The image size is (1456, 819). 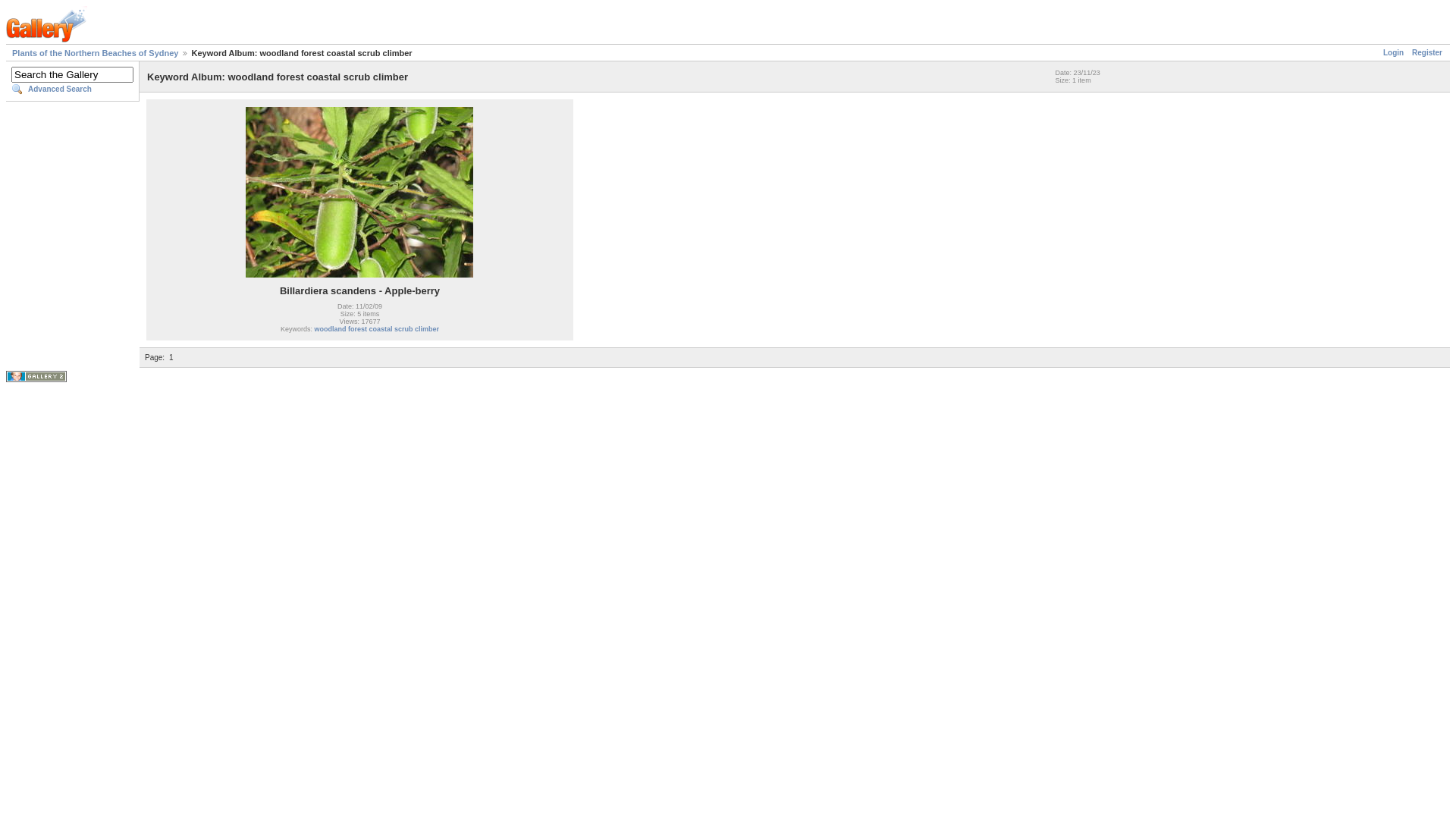 I want to click on 'Plants of the Northern Beaches of Sydney', so click(x=94, y=52).